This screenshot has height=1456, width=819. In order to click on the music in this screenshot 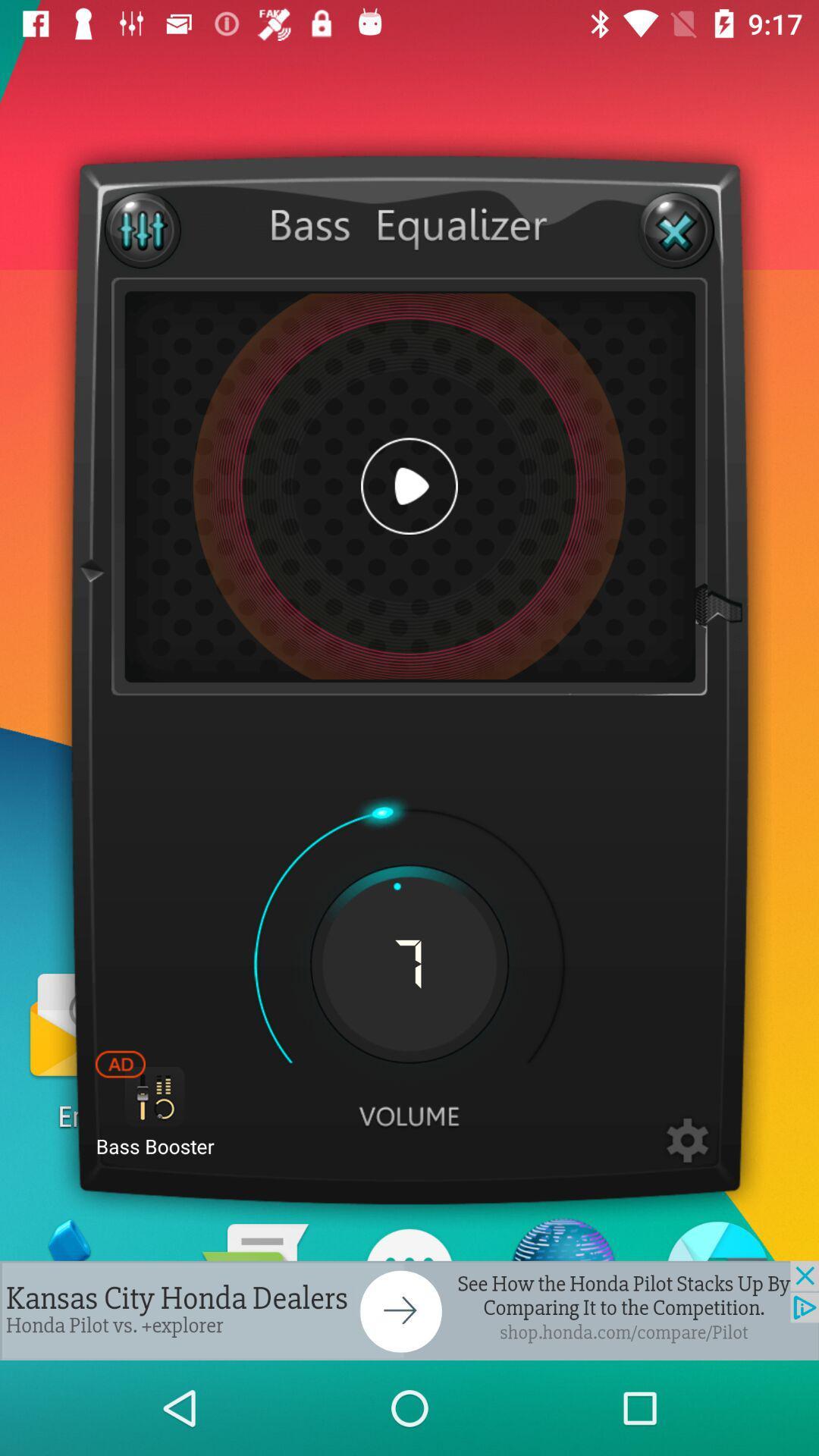, I will do `click(409, 486)`.